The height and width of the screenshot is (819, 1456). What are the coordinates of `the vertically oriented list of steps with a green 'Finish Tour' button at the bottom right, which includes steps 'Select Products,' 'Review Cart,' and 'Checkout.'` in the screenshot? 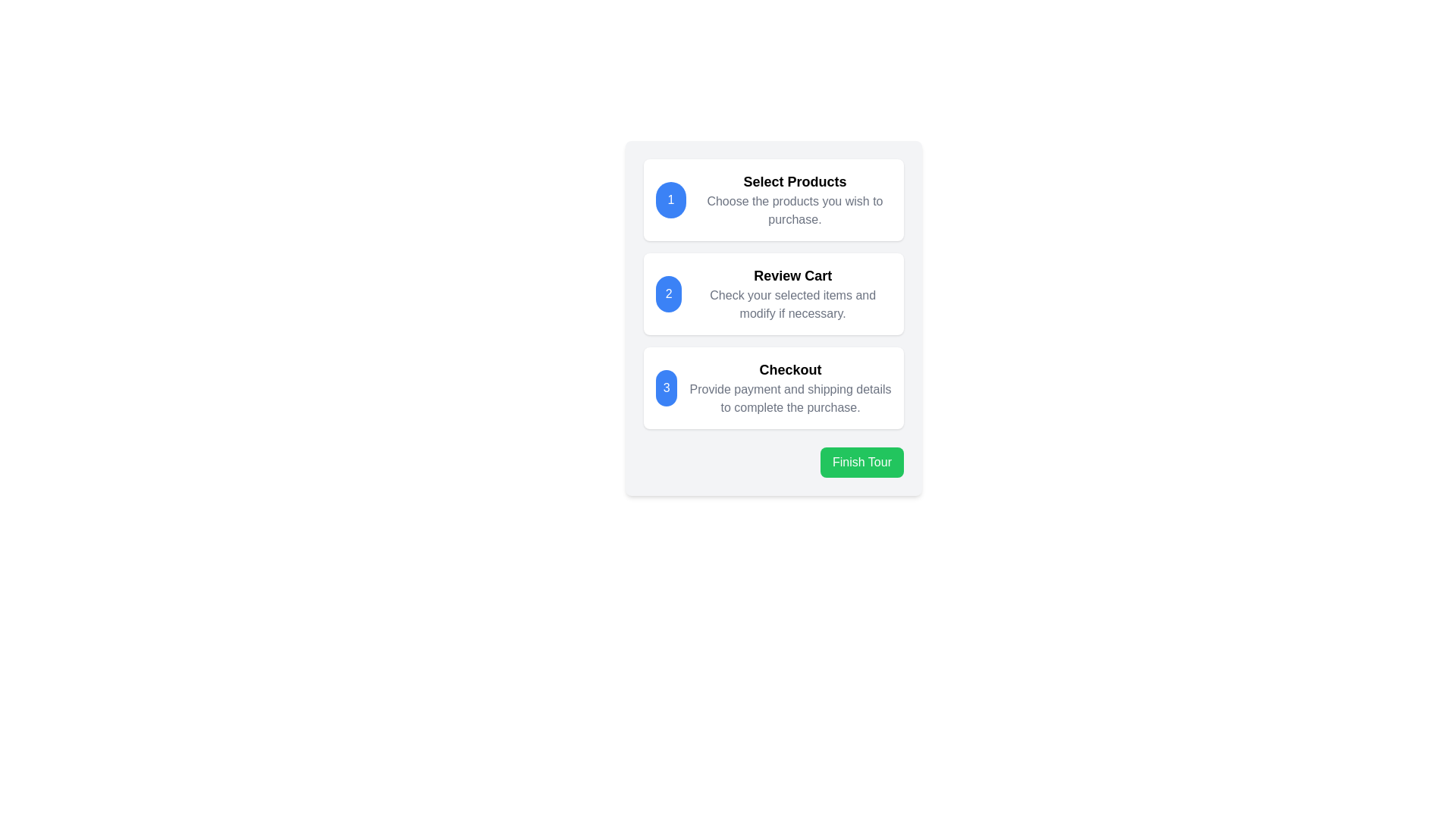 It's located at (773, 318).